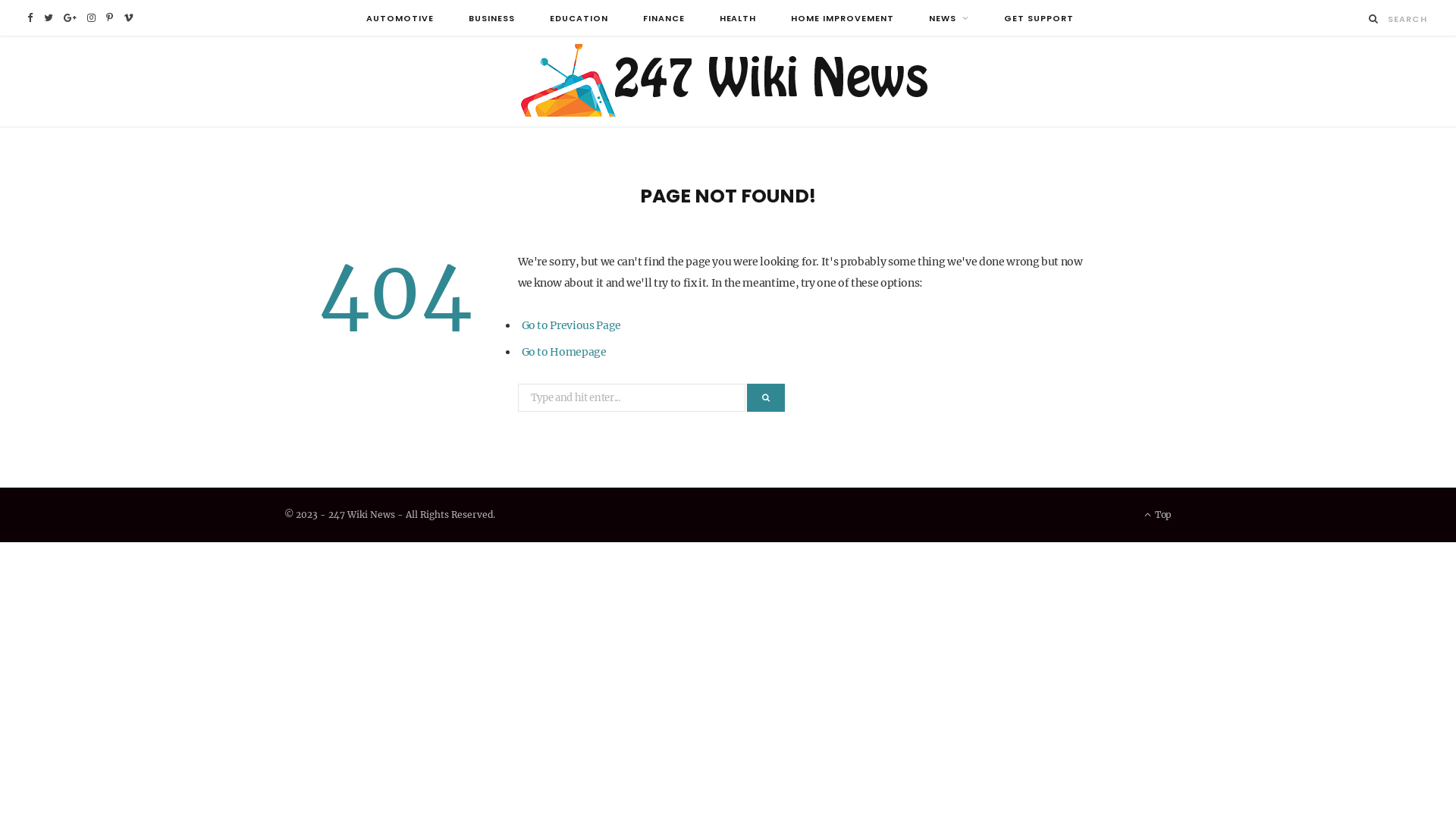 Image resolution: width=1456 pixels, height=819 pixels. What do you see at coordinates (108, 17) in the screenshot?
I see `'Pinterest'` at bounding box center [108, 17].